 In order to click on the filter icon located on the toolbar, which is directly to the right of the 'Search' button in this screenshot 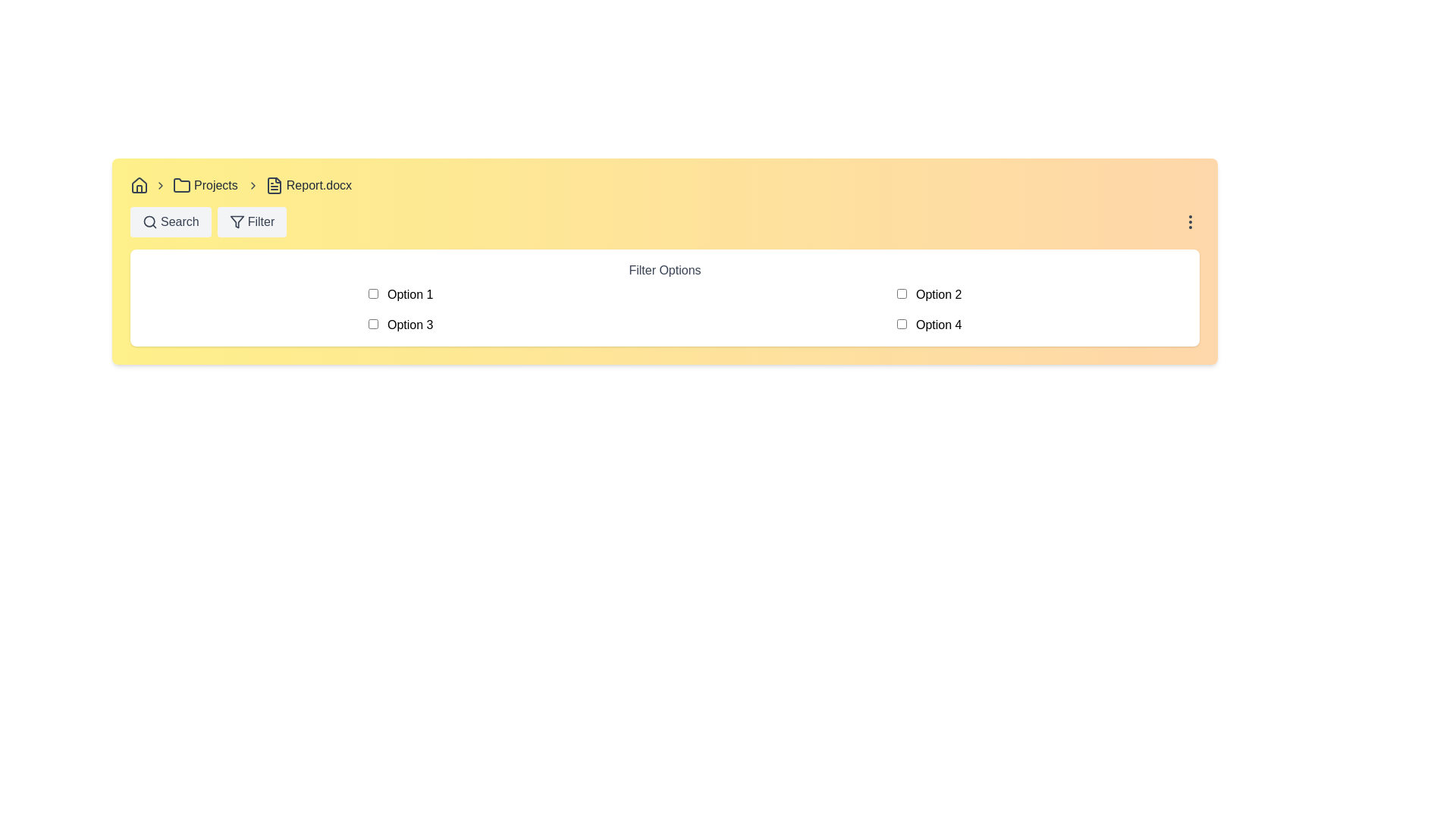, I will do `click(236, 222)`.